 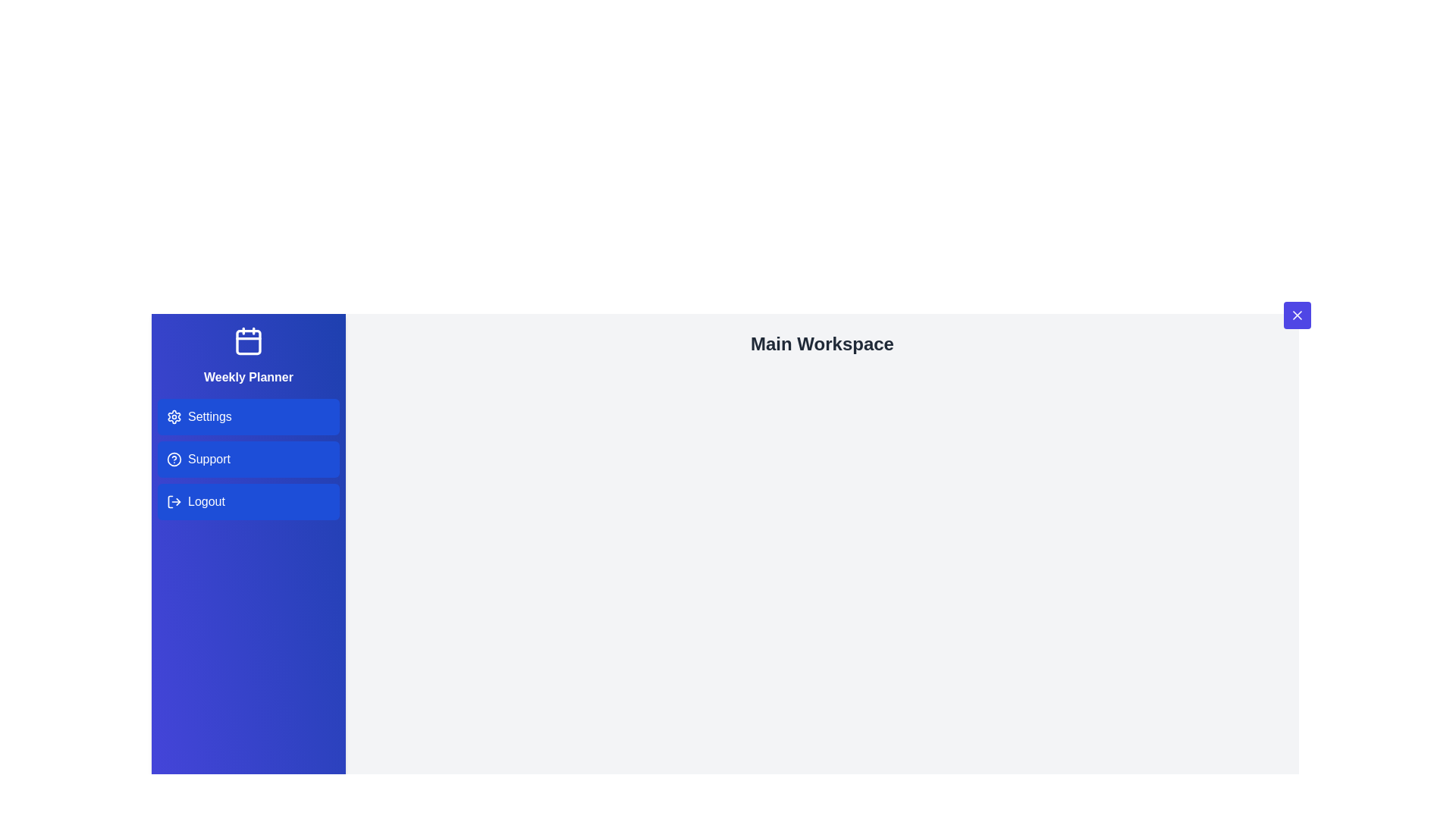 I want to click on the 'Logout' menu item, so click(x=248, y=502).